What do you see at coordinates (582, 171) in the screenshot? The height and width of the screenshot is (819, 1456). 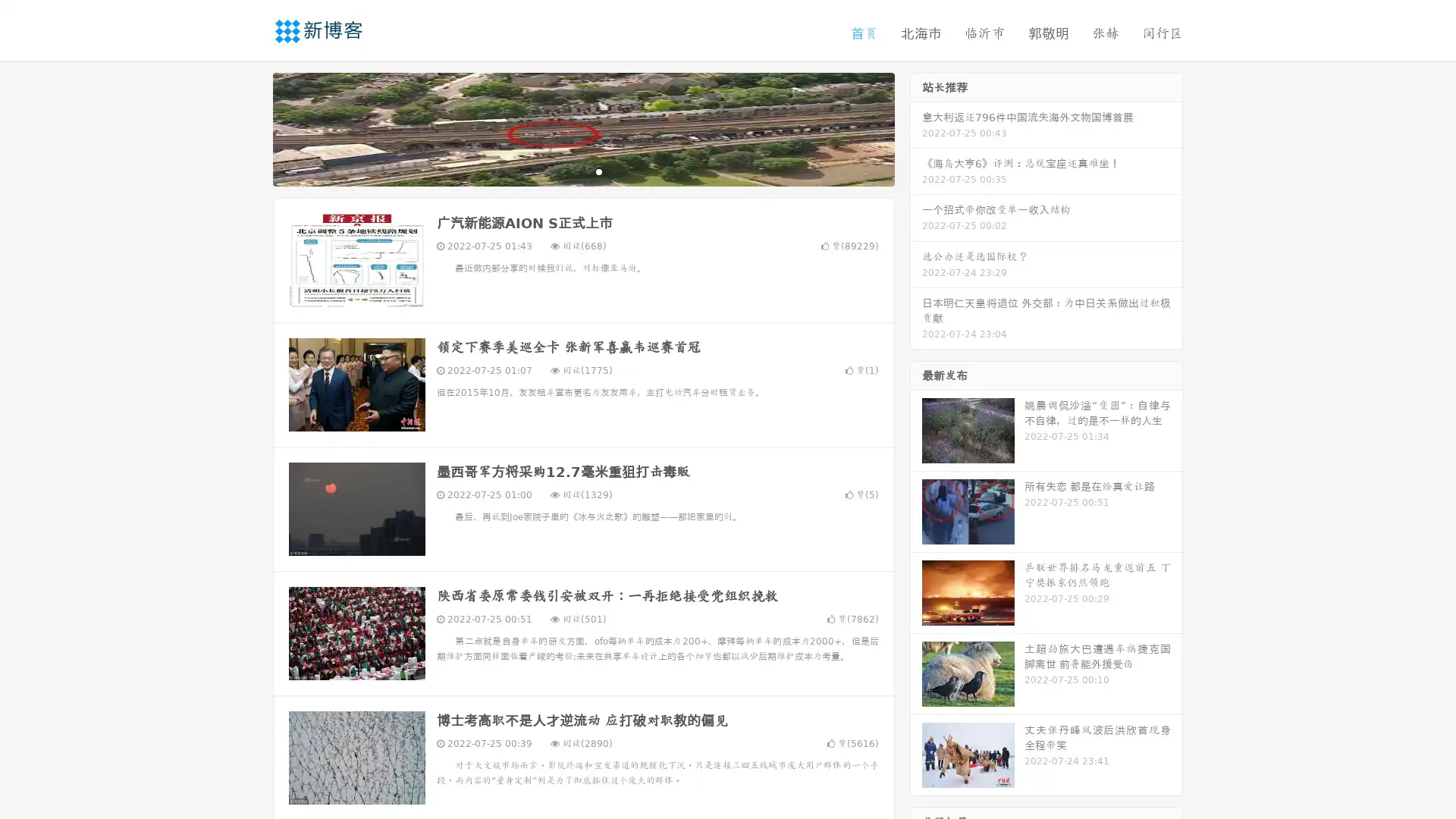 I see `Go to slide 2` at bounding box center [582, 171].